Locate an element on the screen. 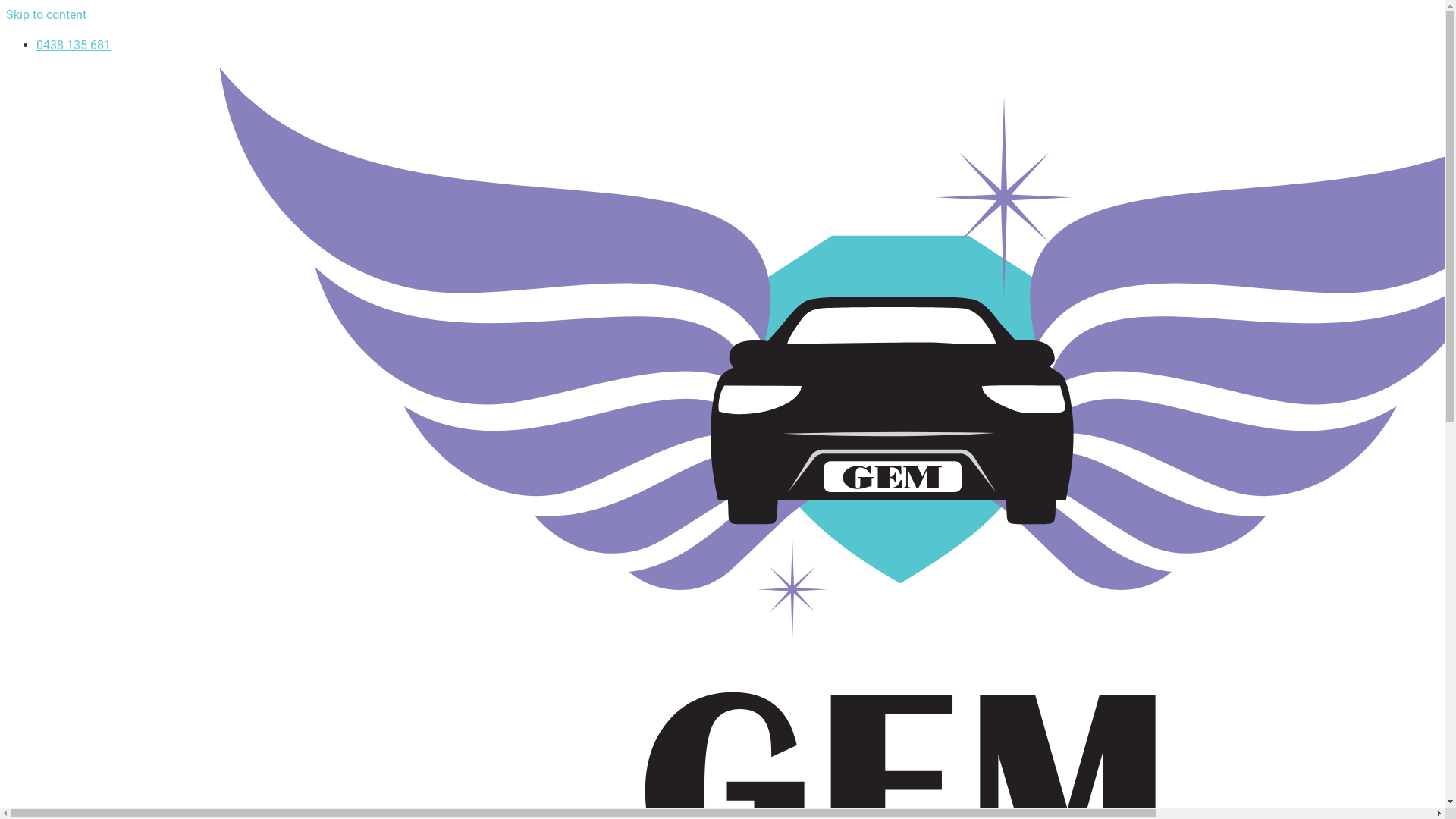 The width and height of the screenshot is (1456, 819). 'Skip to content' is located at coordinates (46, 14).